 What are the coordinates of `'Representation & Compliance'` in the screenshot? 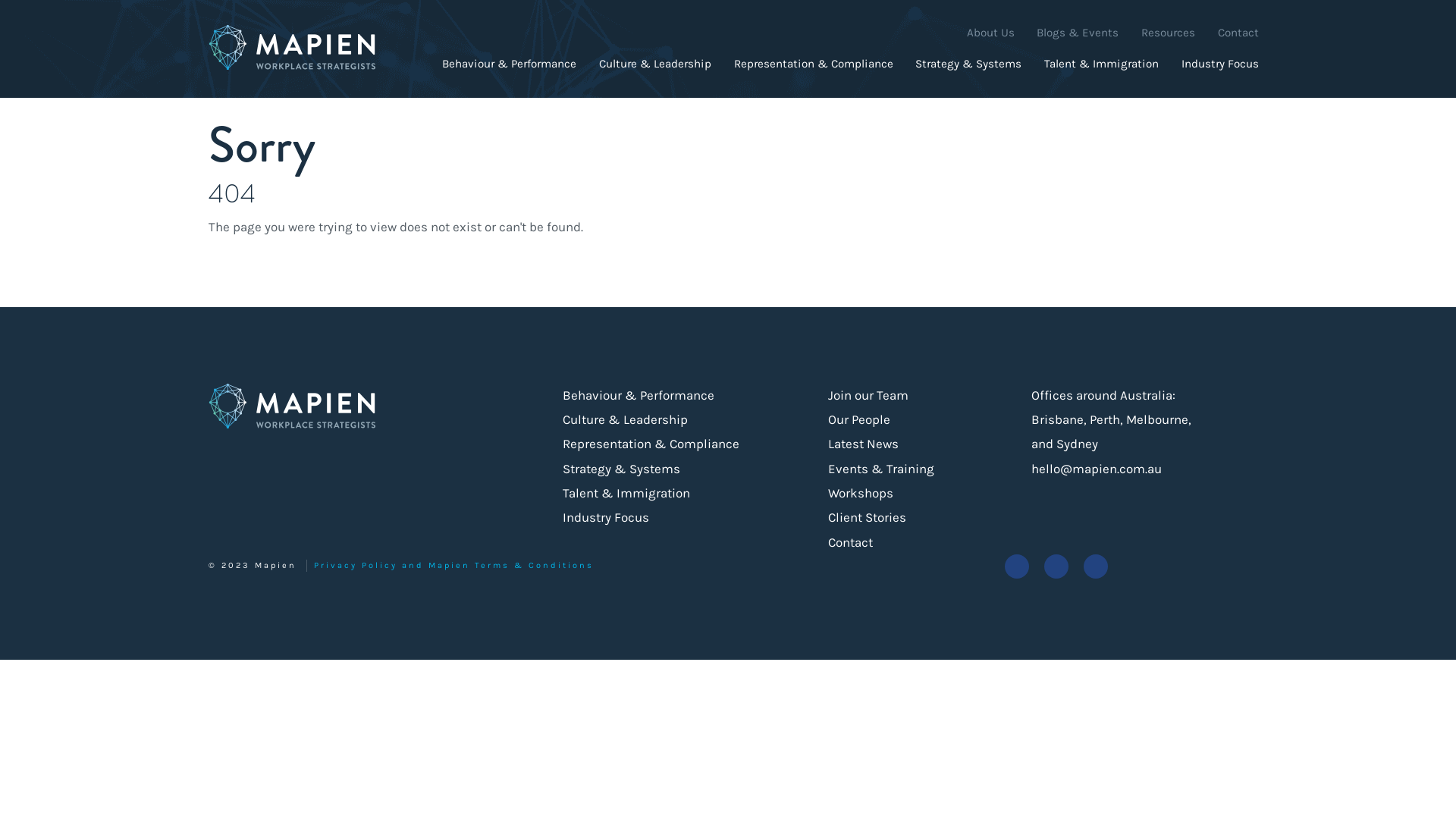 It's located at (651, 444).